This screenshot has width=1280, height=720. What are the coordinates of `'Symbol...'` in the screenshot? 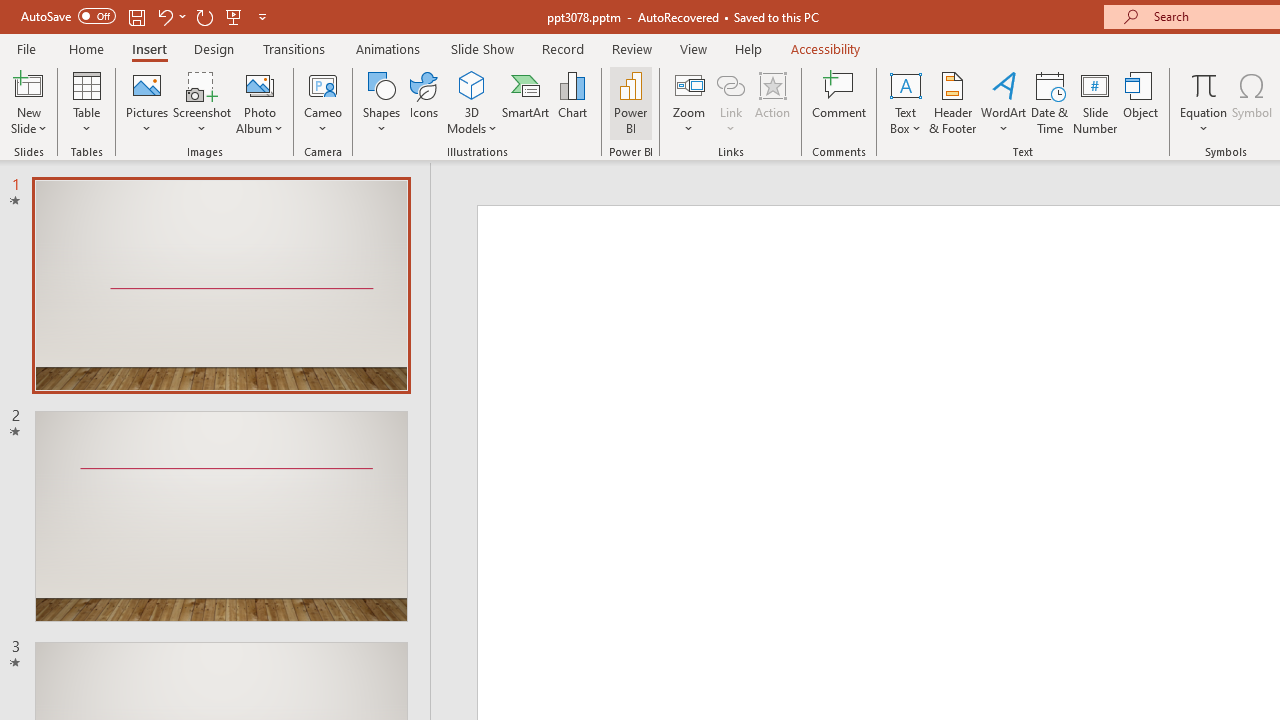 It's located at (1251, 103).